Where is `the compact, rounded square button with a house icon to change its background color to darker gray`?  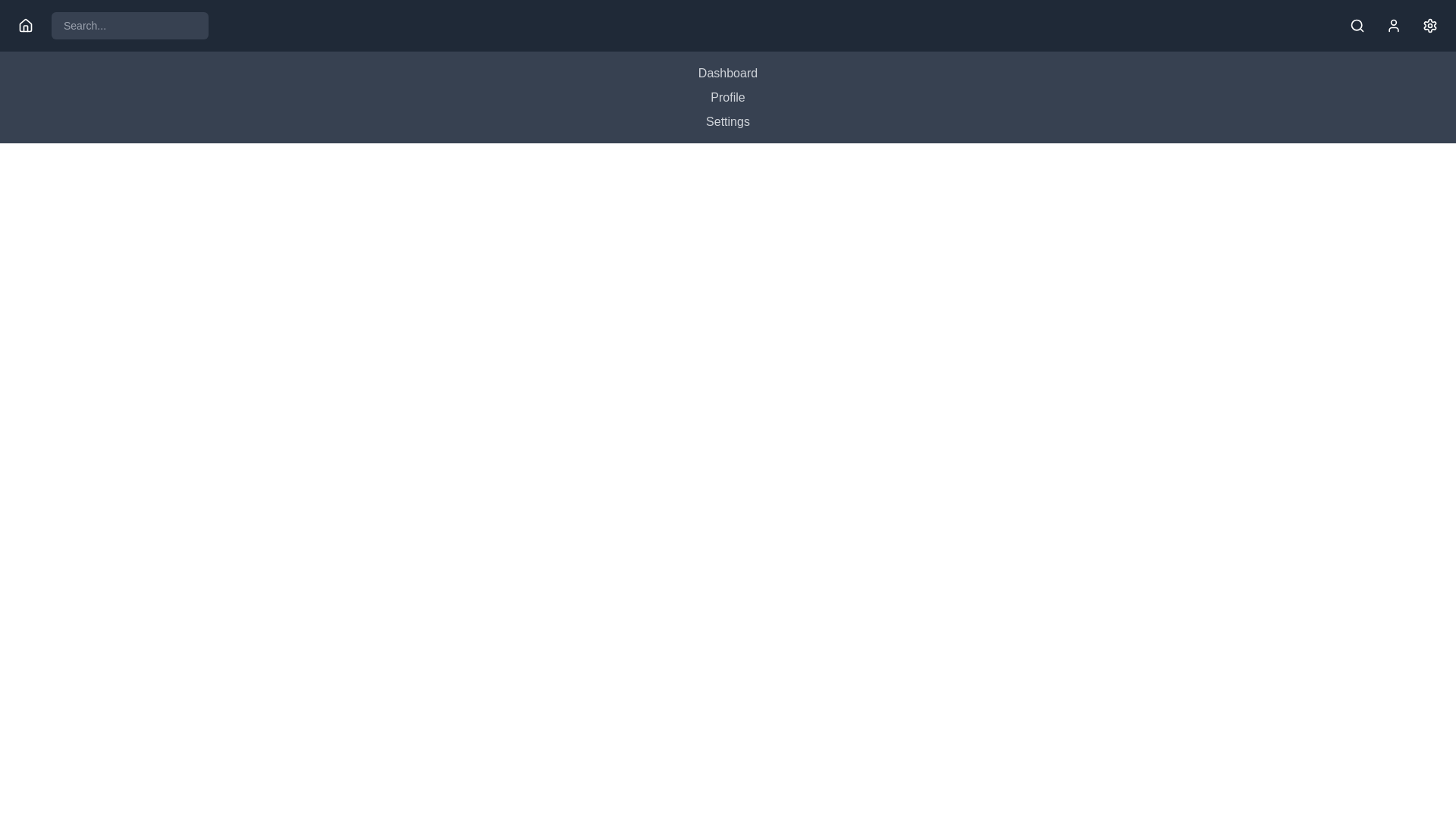
the compact, rounded square button with a house icon to change its background color to darker gray is located at coordinates (25, 26).